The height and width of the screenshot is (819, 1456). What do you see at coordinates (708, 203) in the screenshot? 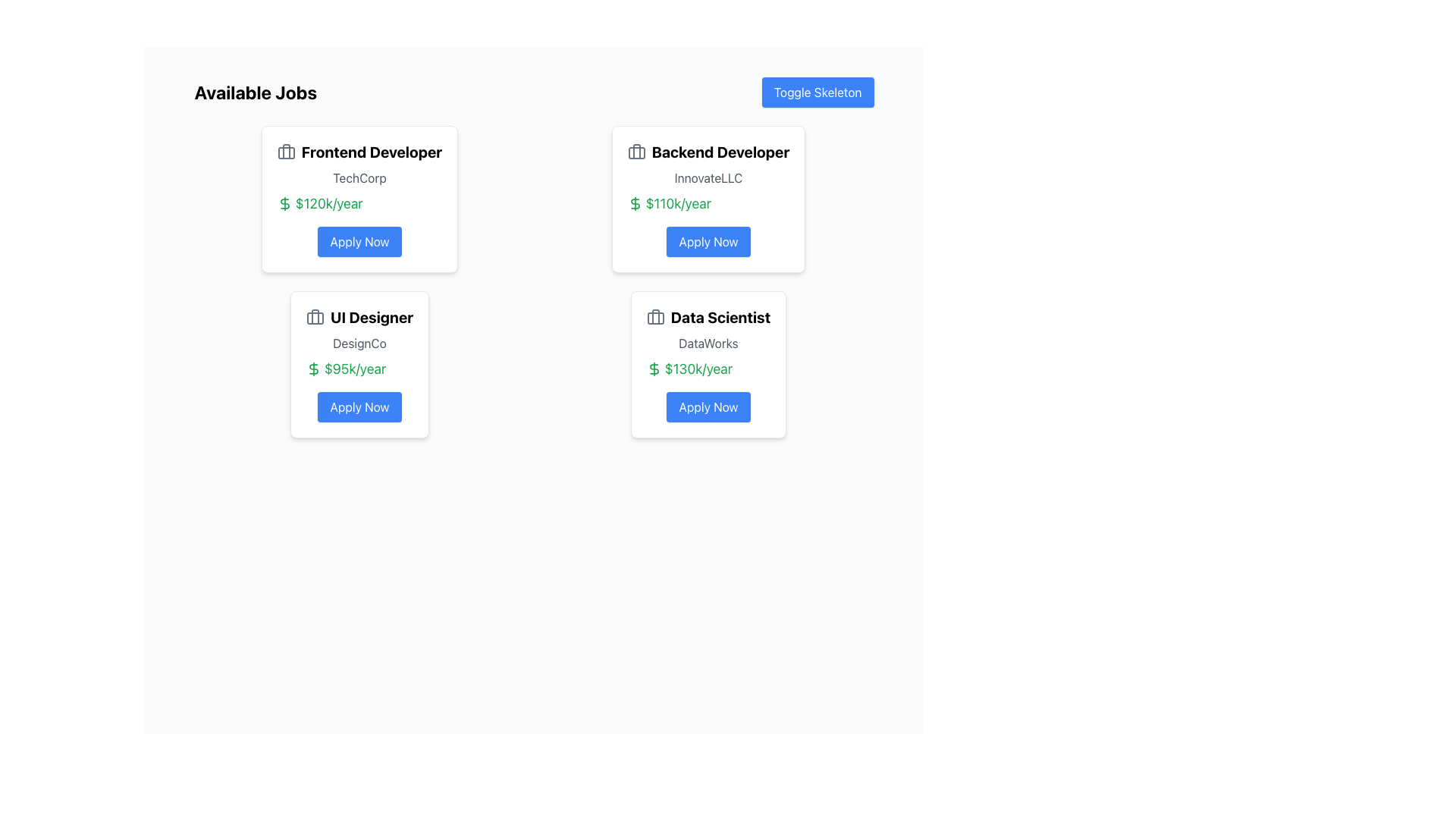
I see `the salary information element displaying '$110k/year' with a green dollar-sign icon, located within the job card for 'Backend Developer' role` at bounding box center [708, 203].